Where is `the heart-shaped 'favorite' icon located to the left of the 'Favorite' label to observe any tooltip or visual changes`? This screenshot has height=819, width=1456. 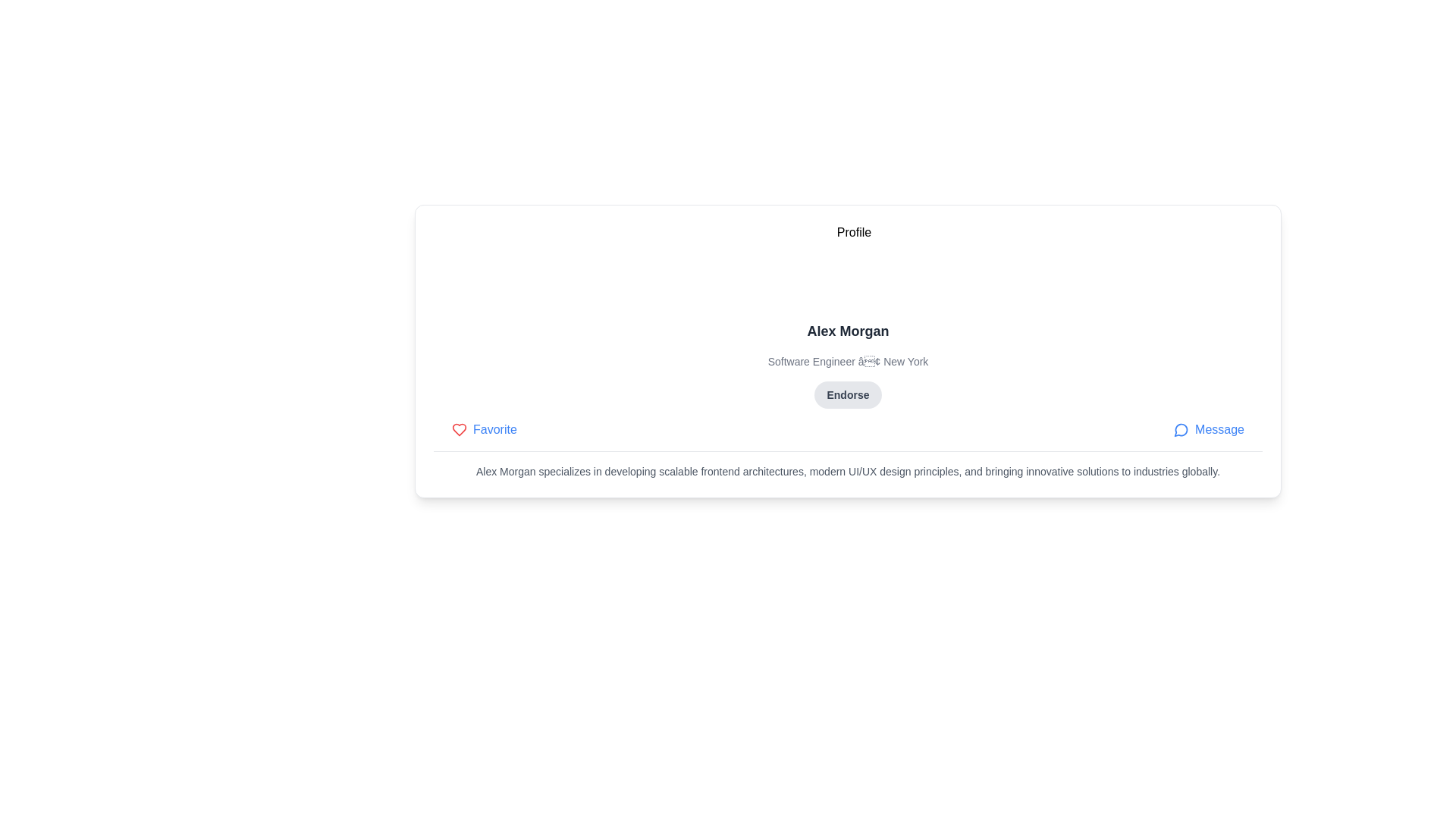 the heart-shaped 'favorite' icon located to the left of the 'Favorite' label to observe any tooltip or visual changes is located at coordinates (458, 430).